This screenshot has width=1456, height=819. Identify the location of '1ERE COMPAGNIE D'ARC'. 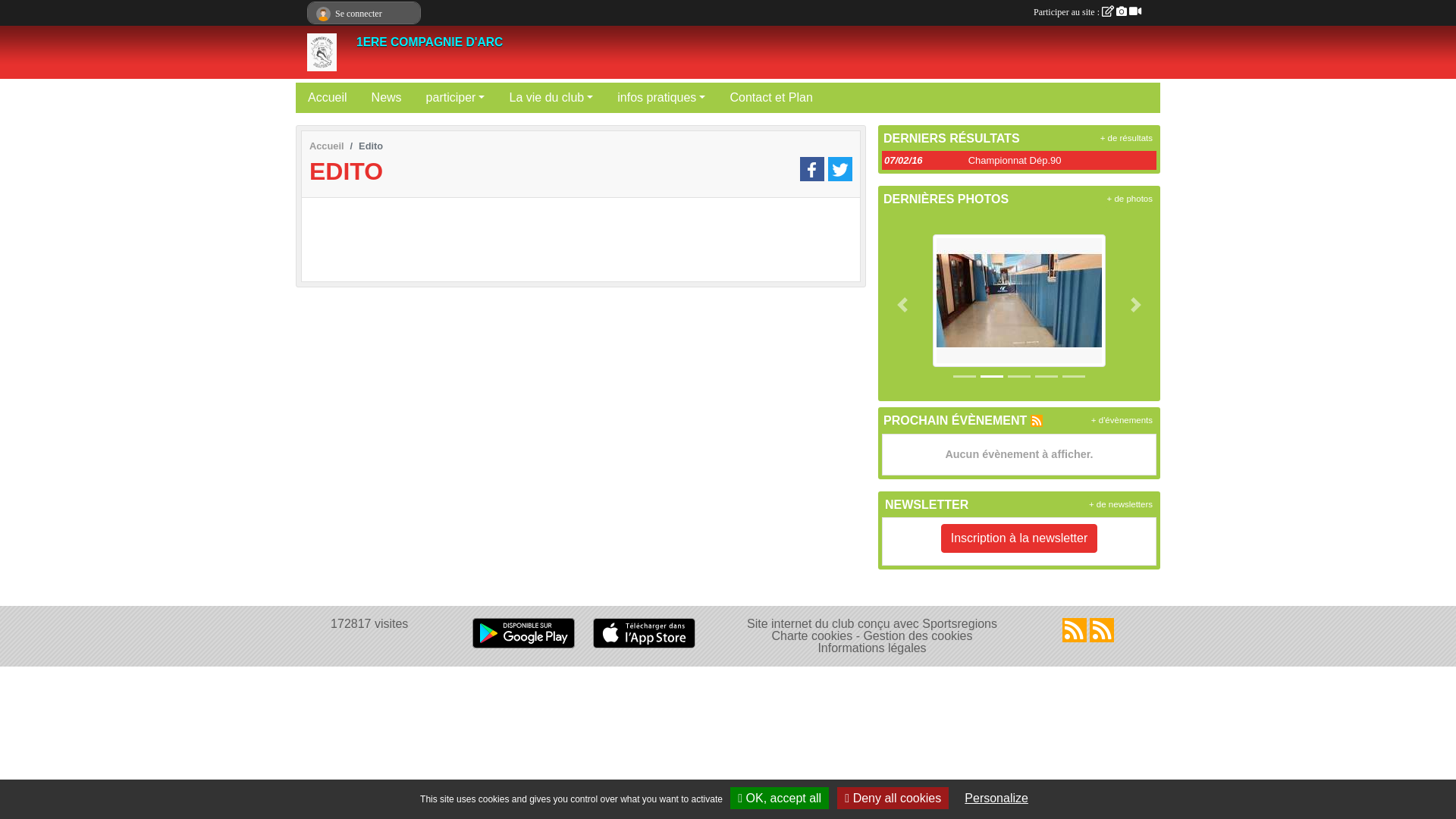
(356, 41).